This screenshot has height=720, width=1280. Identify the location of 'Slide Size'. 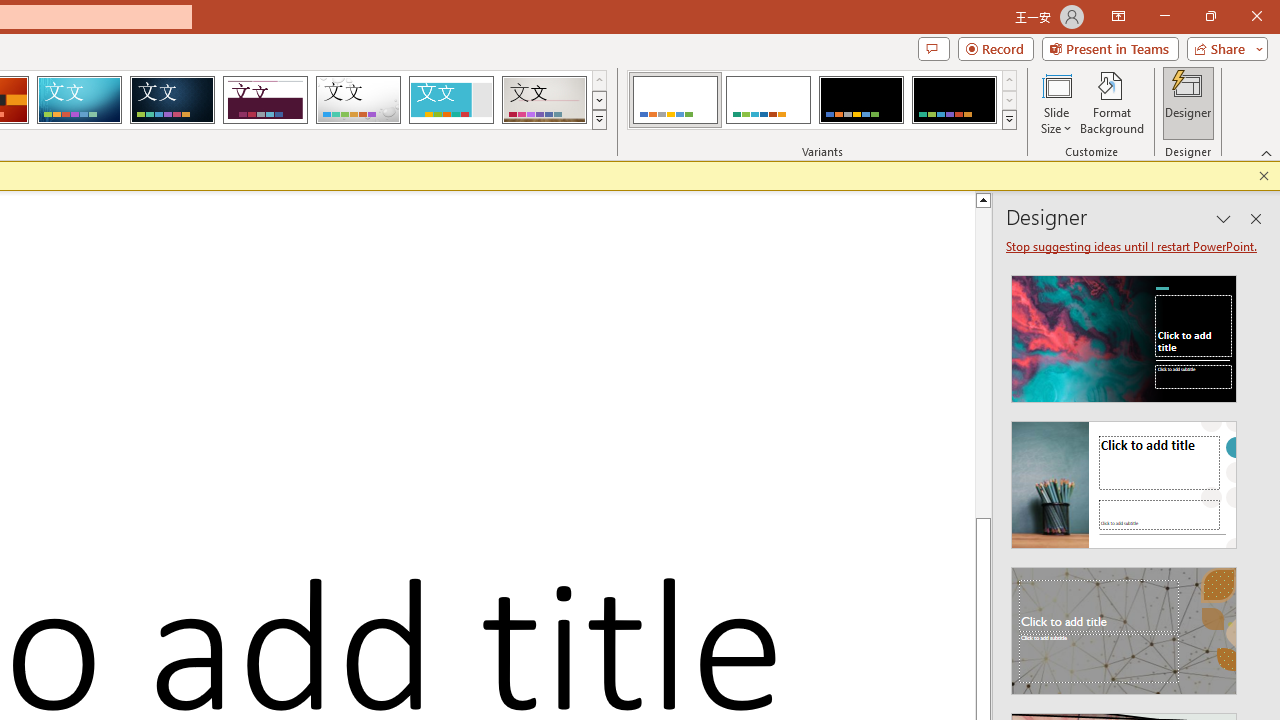
(1055, 103).